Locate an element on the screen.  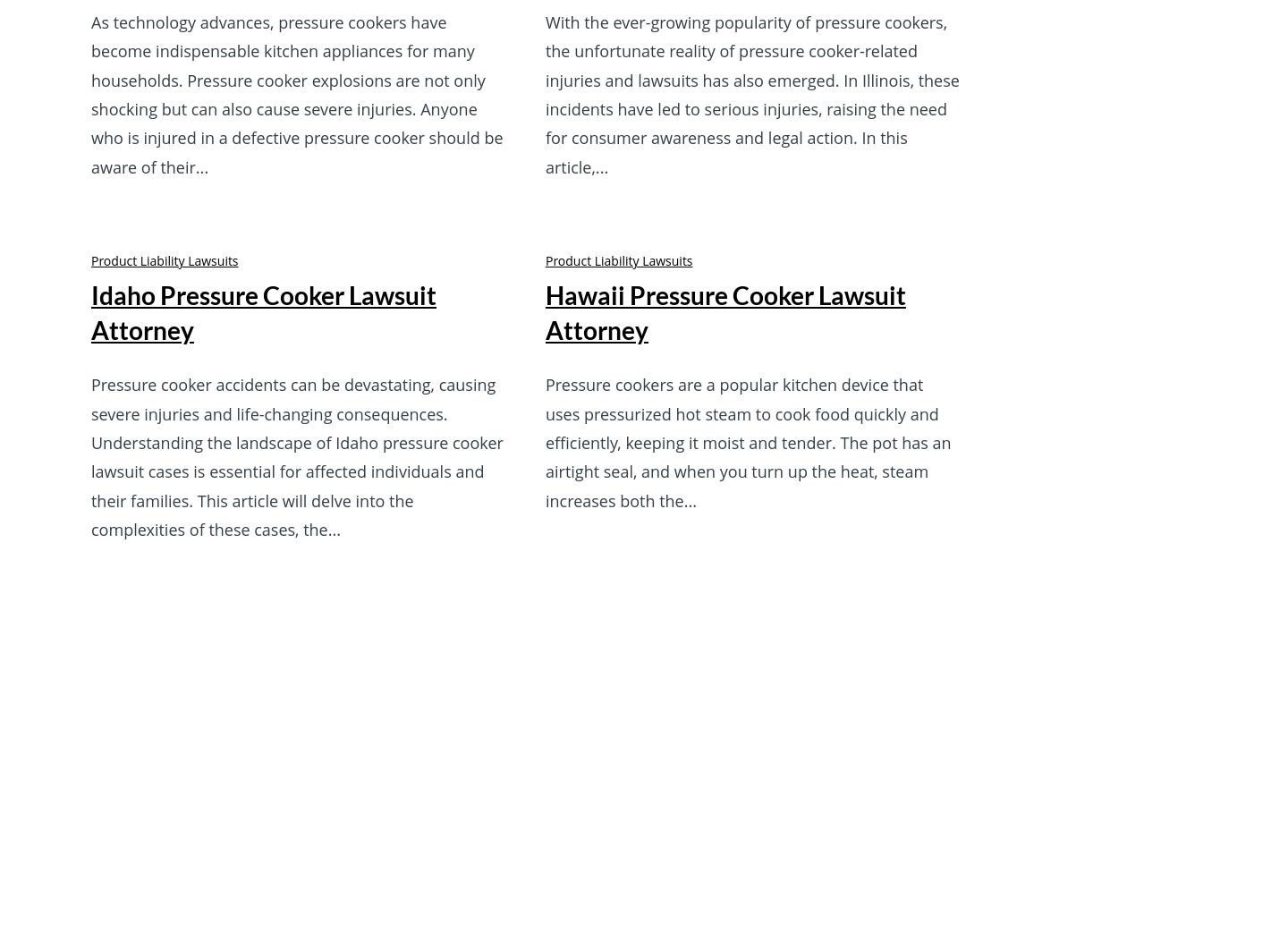
'Office Location' is located at coordinates (979, 454).